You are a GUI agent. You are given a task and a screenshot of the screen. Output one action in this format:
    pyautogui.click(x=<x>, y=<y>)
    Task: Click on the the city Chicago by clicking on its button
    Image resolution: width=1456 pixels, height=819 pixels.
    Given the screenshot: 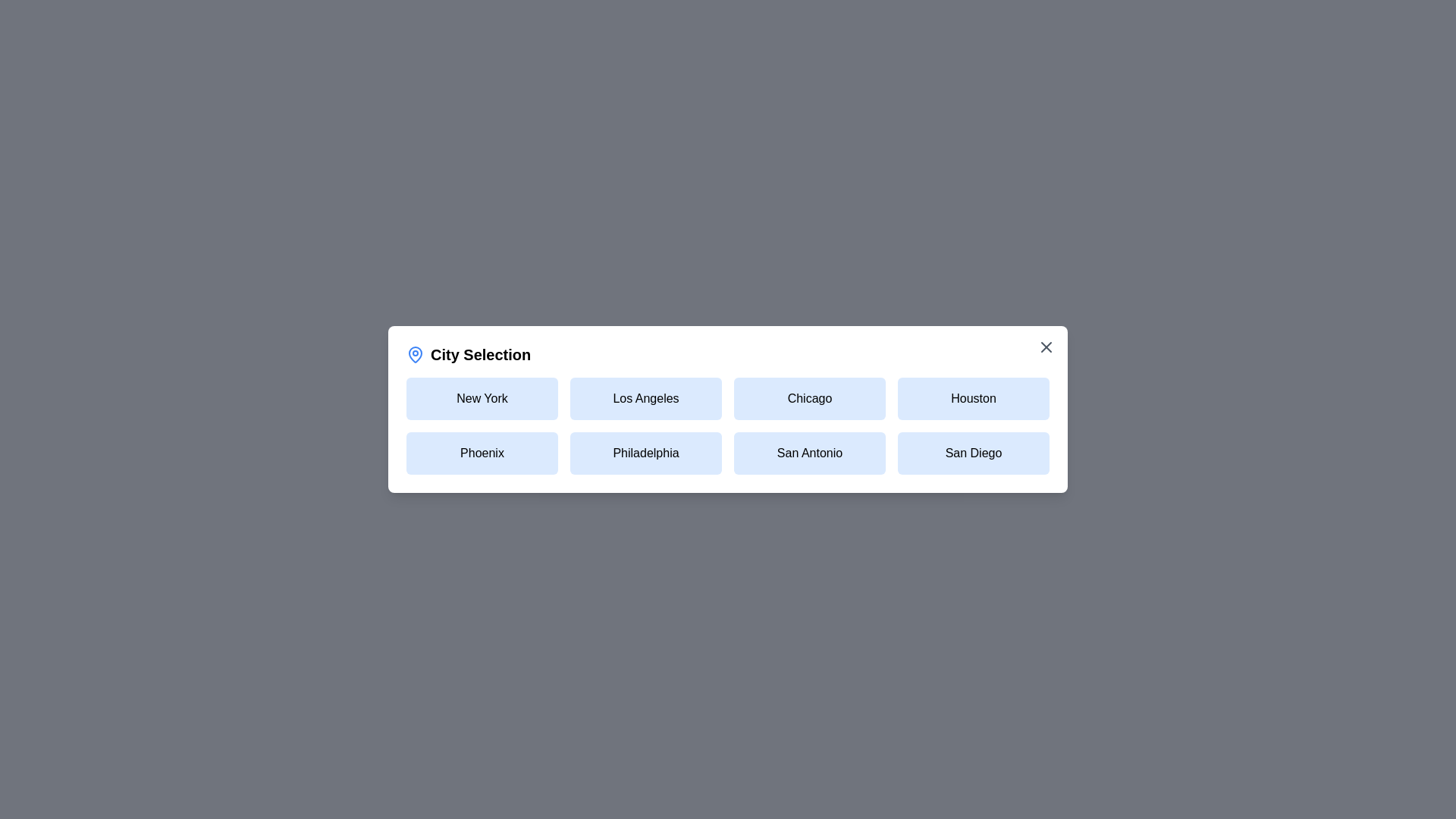 What is the action you would take?
    pyautogui.click(x=809, y=397)
    